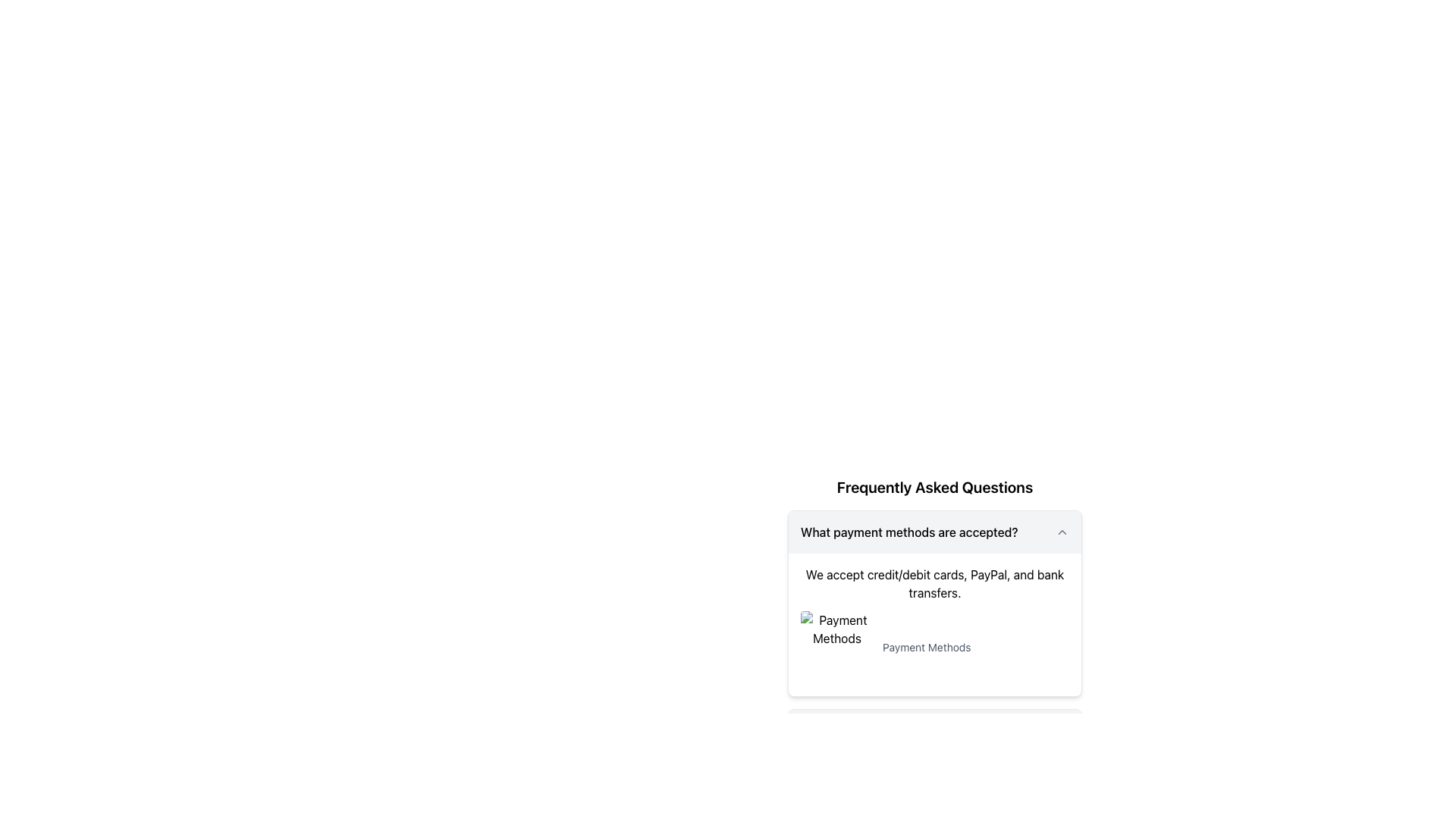 The image size is (1456, 819). I want to click on the Informational Component that describes accepted payment methods, located below the heading 'What payment methods are accepted?', so click(934, 625).